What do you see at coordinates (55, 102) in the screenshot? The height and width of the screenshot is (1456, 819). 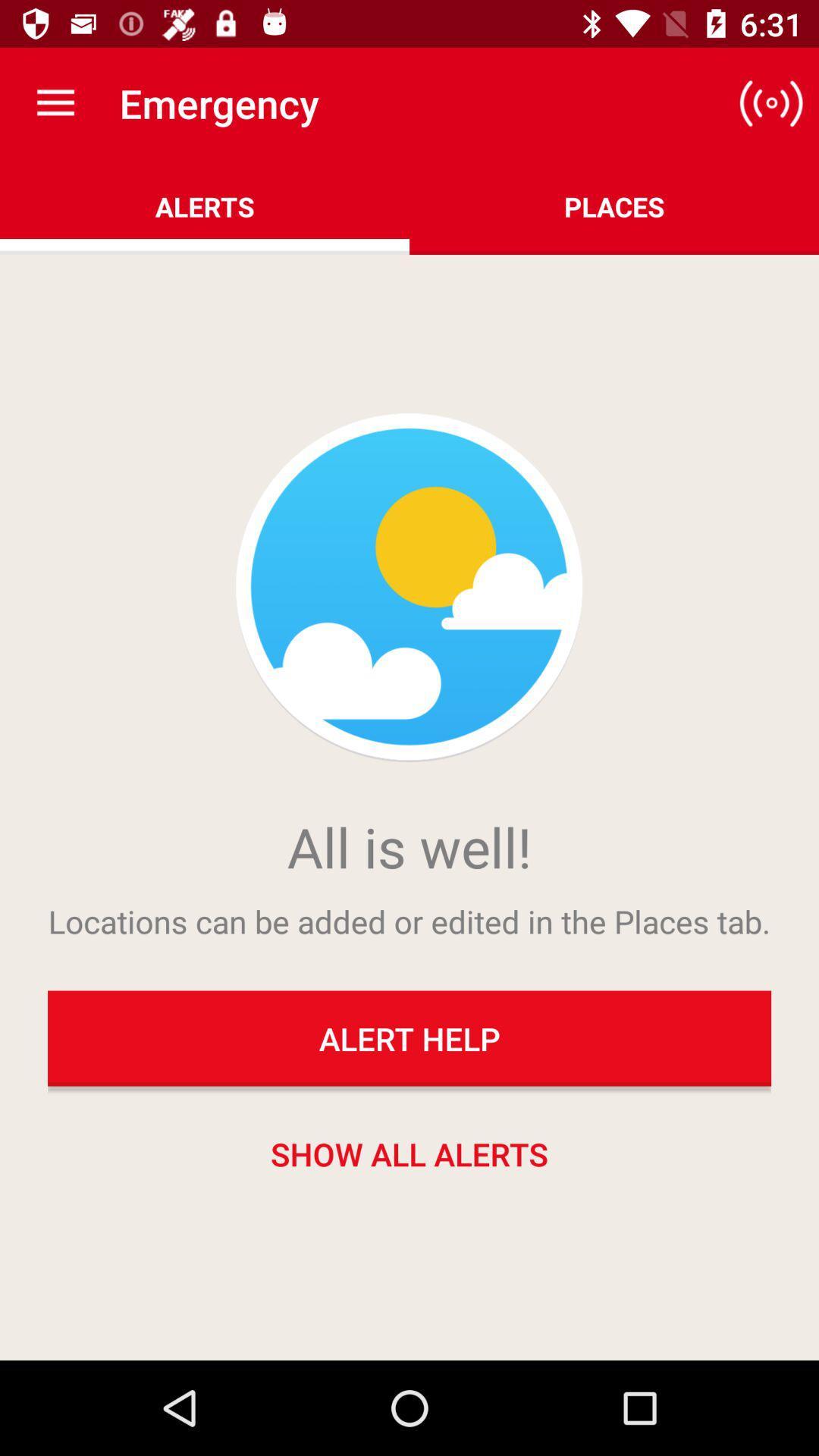 I see `the item next to emergency item` at bounding box center [55, 102].